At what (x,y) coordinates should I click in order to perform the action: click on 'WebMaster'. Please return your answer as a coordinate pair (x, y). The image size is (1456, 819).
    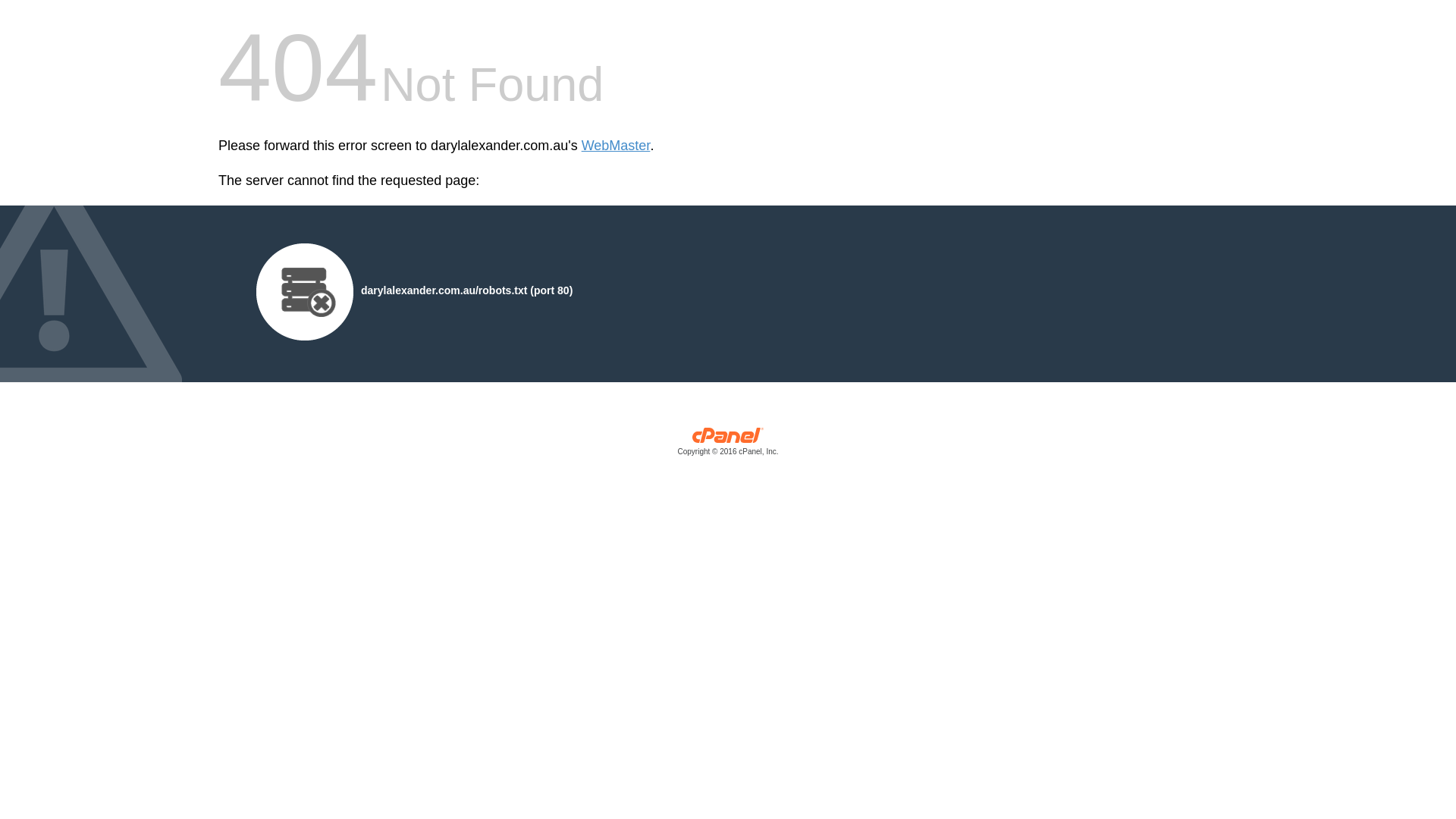
    Looking at the image, I should click on (581, 146).